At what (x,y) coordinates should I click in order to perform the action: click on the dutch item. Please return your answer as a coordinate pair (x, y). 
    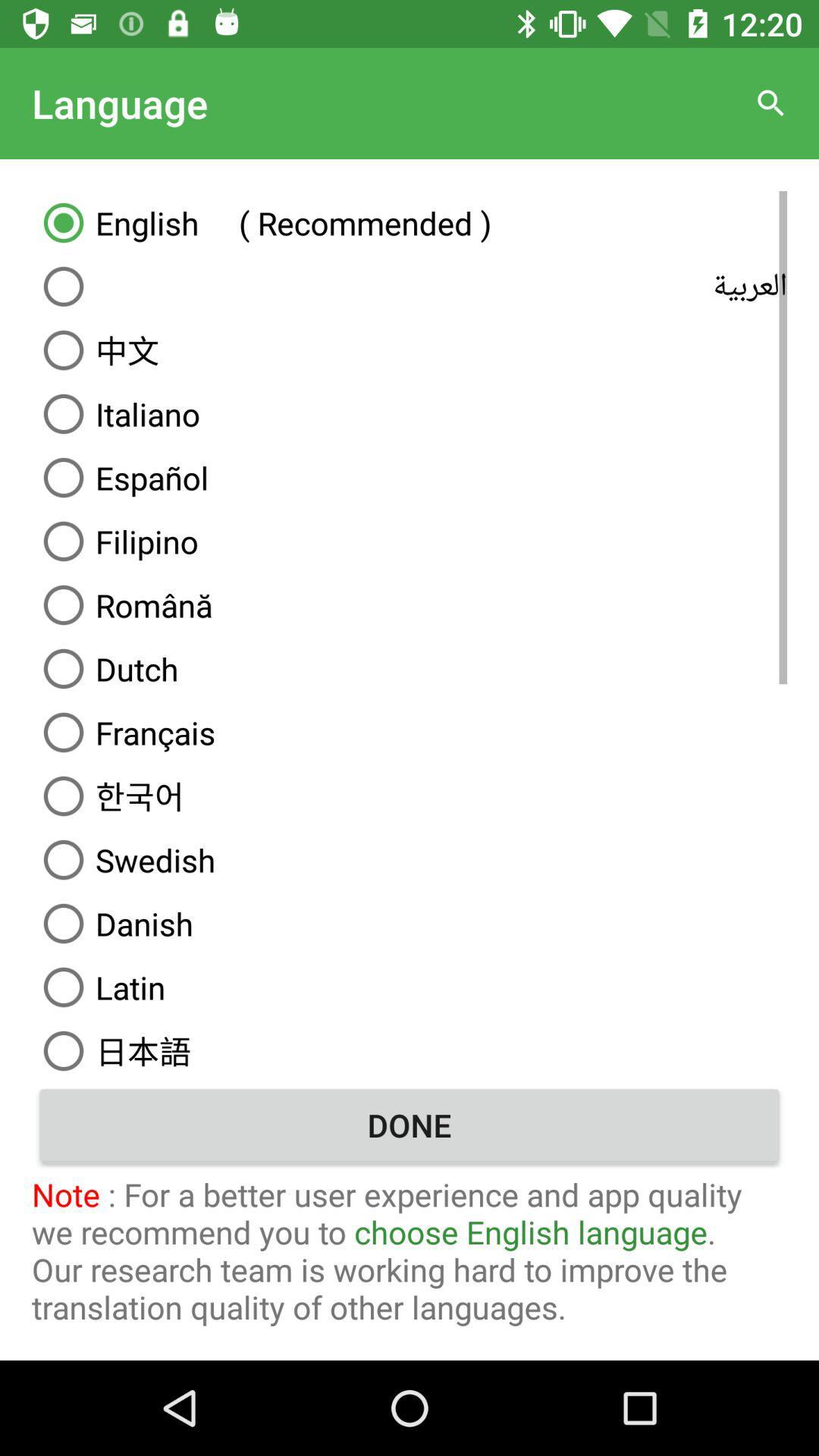
    Looking at the image, I should click on (409, 668).